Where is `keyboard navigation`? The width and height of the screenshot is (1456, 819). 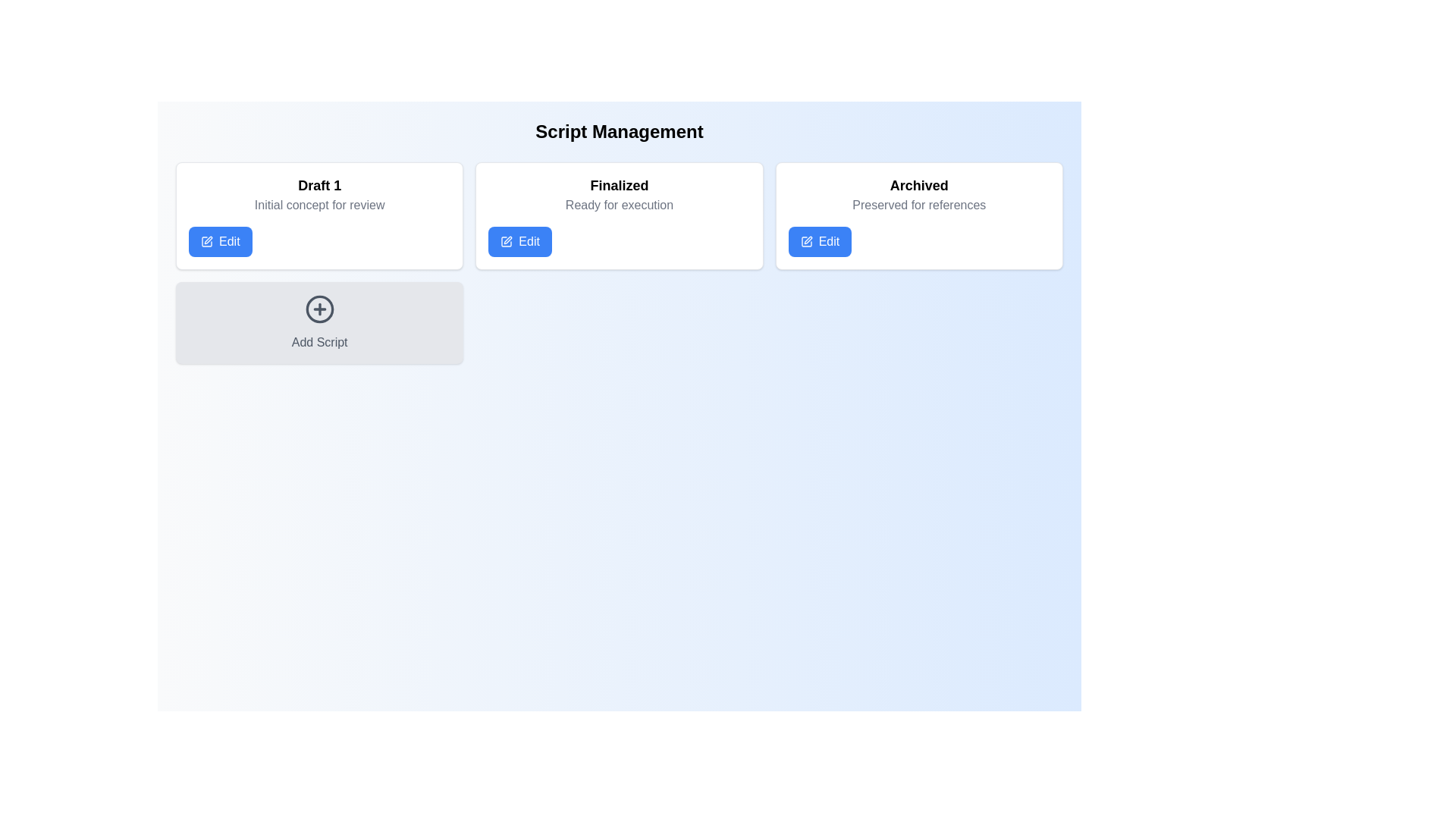 keyboard navigation is located at coordinates (219, 241).